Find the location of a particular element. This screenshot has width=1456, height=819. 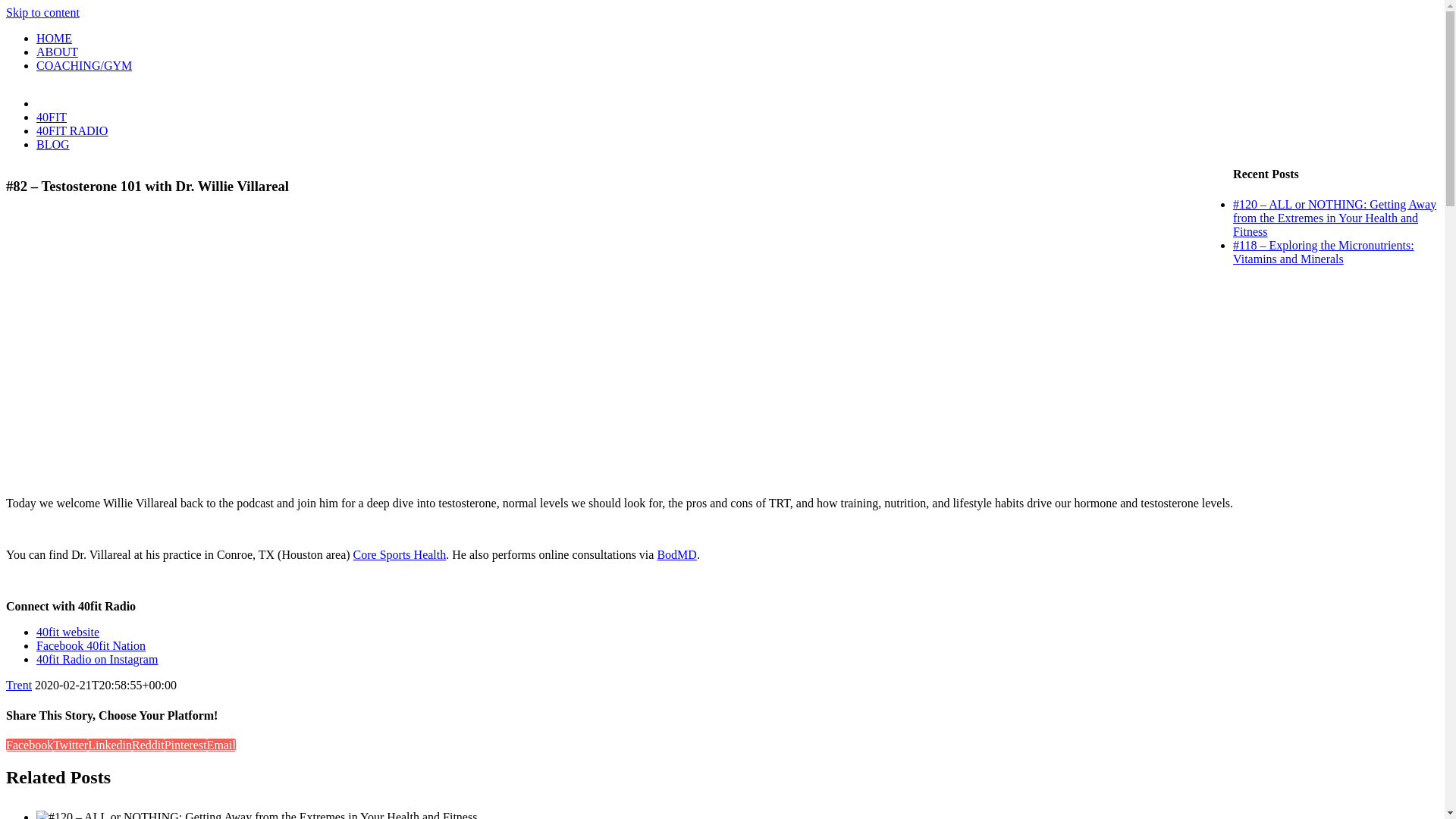

'40FIT' is located at coordinates (51, 116).